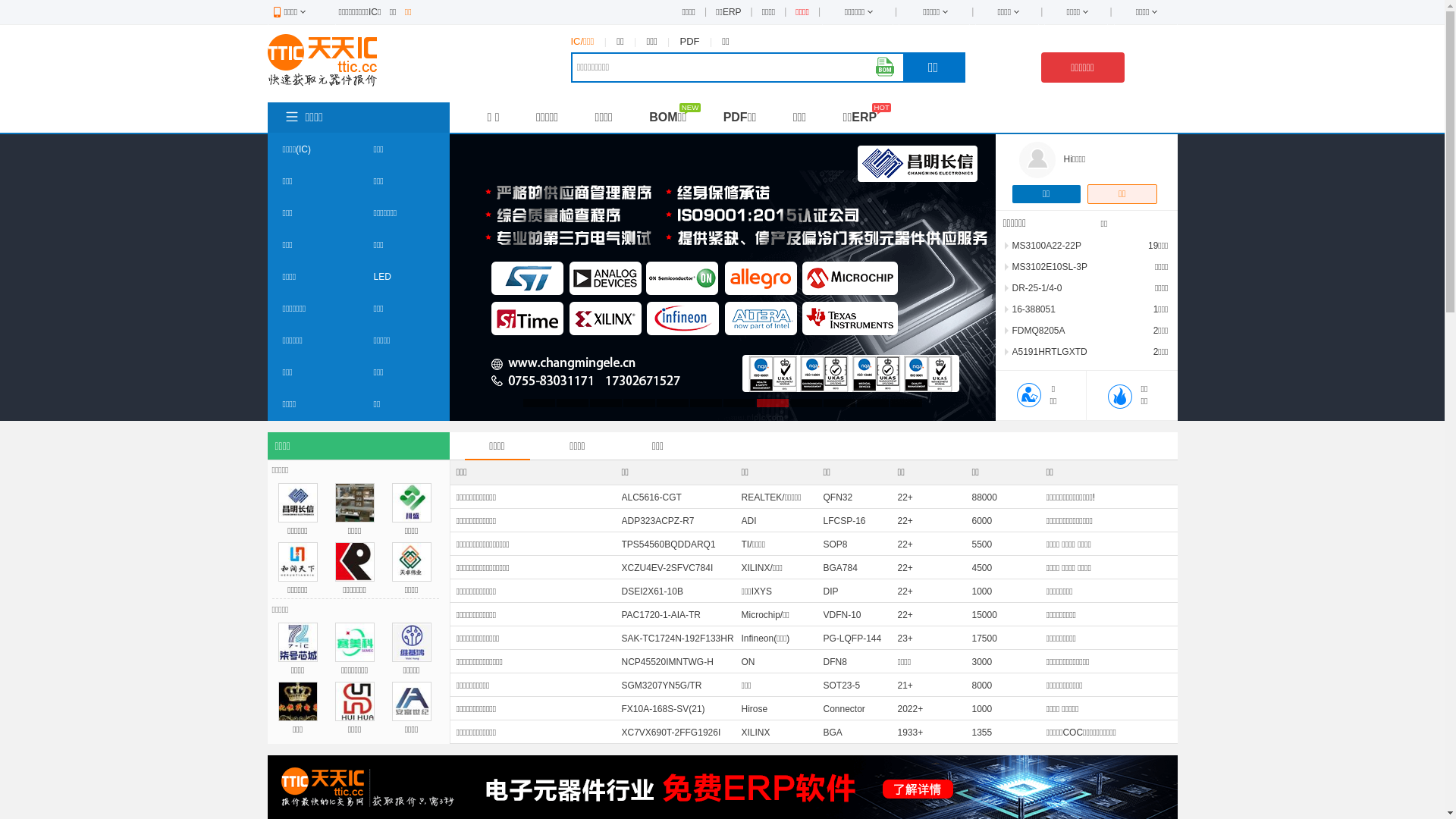 The image size is (1456, 819). What do you see at coordinates (670, 731) in the screenshot?
I see `'XC7VX690T-2FFG1926I'` at bounding box center [670, 731].